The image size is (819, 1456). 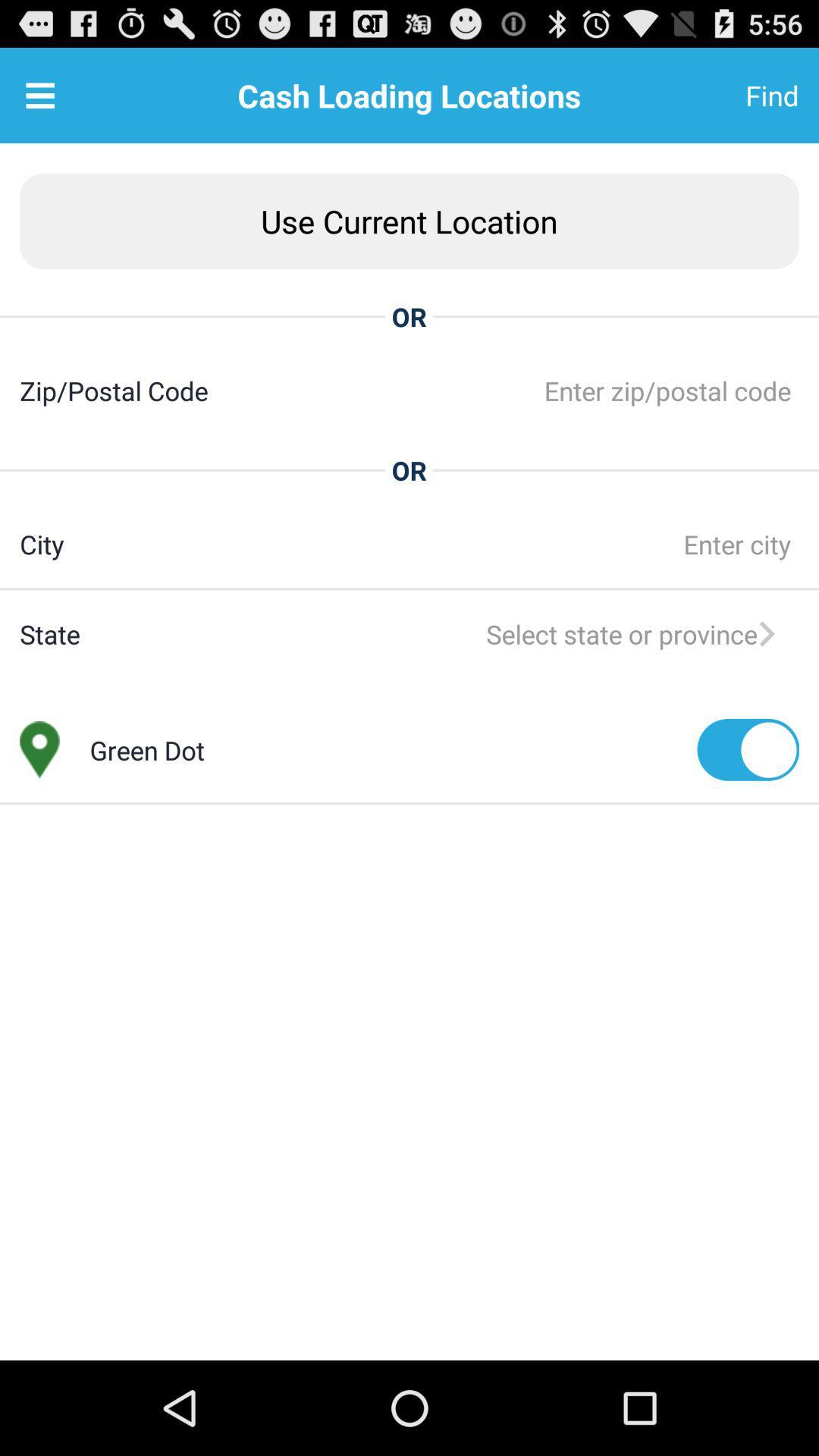 What do you see at coordinates (39, 94) in the screenshot?
I see `the item next to the cash loading locations item` at bounding box center [39, 94].